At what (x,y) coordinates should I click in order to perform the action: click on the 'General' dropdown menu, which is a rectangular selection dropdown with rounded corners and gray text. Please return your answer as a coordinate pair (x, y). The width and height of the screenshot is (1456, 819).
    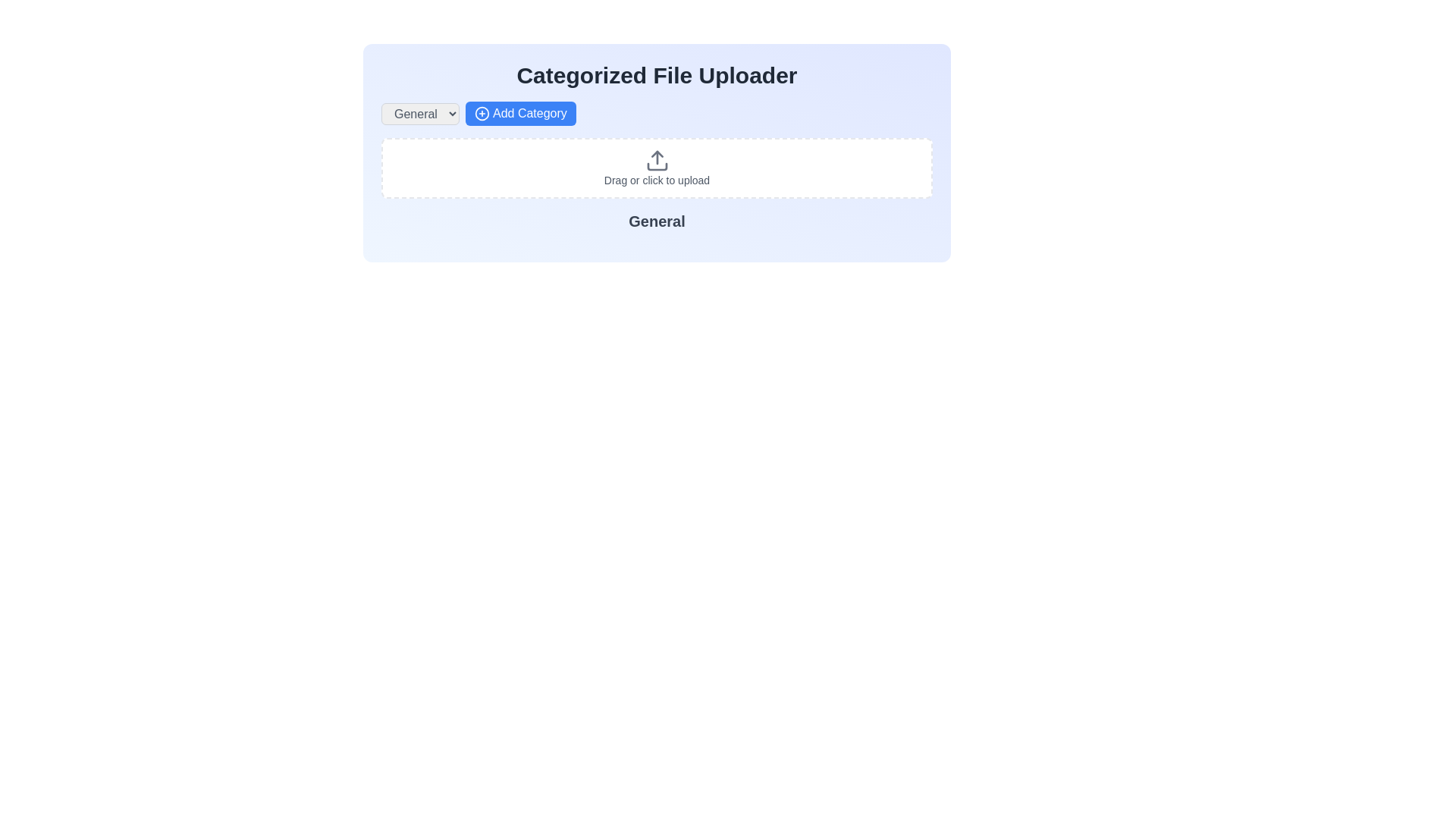
    Looking at the image, I should click on (420, 113).